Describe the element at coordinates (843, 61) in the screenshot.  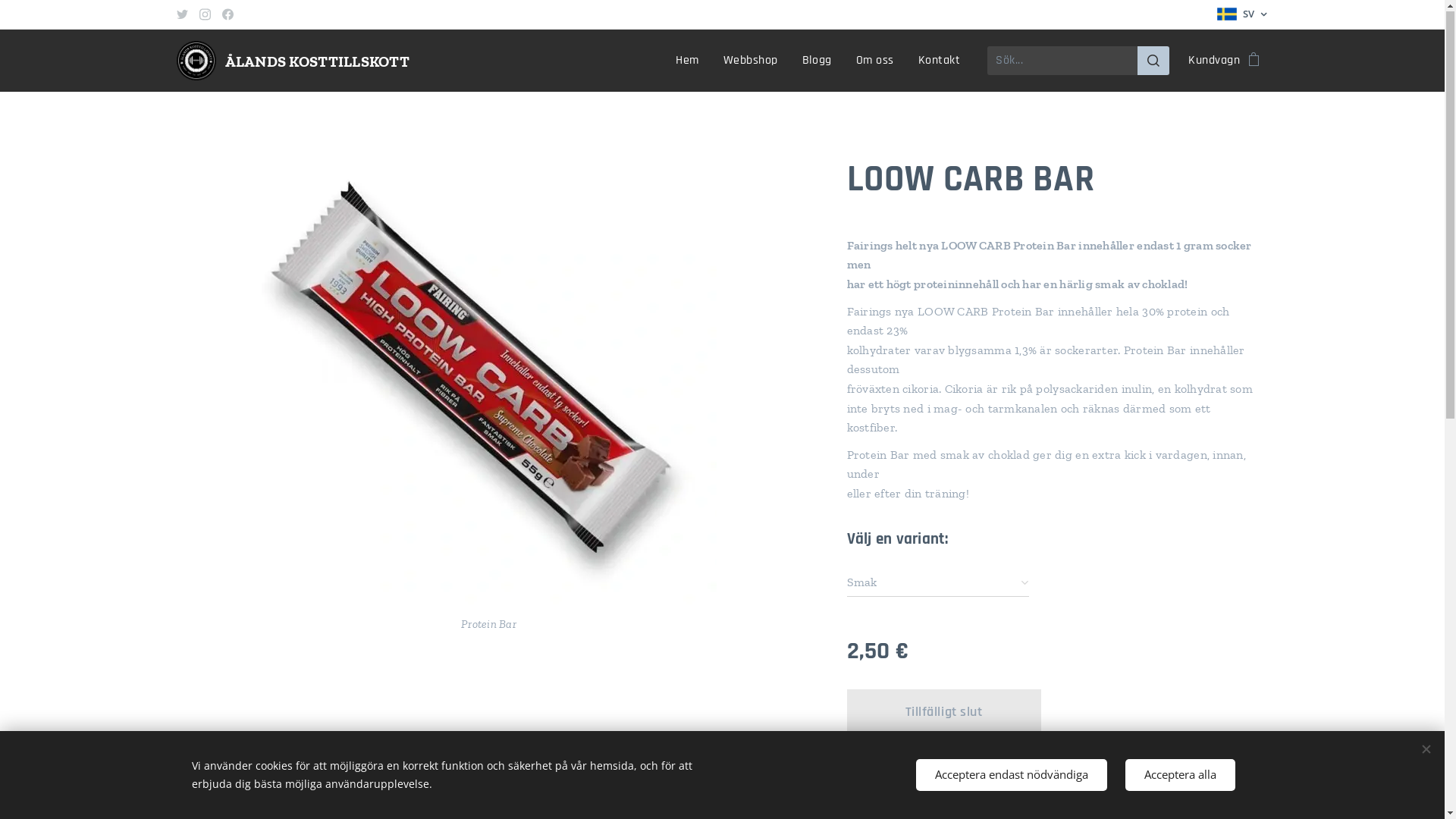
I see `'Om oss'` at that location.